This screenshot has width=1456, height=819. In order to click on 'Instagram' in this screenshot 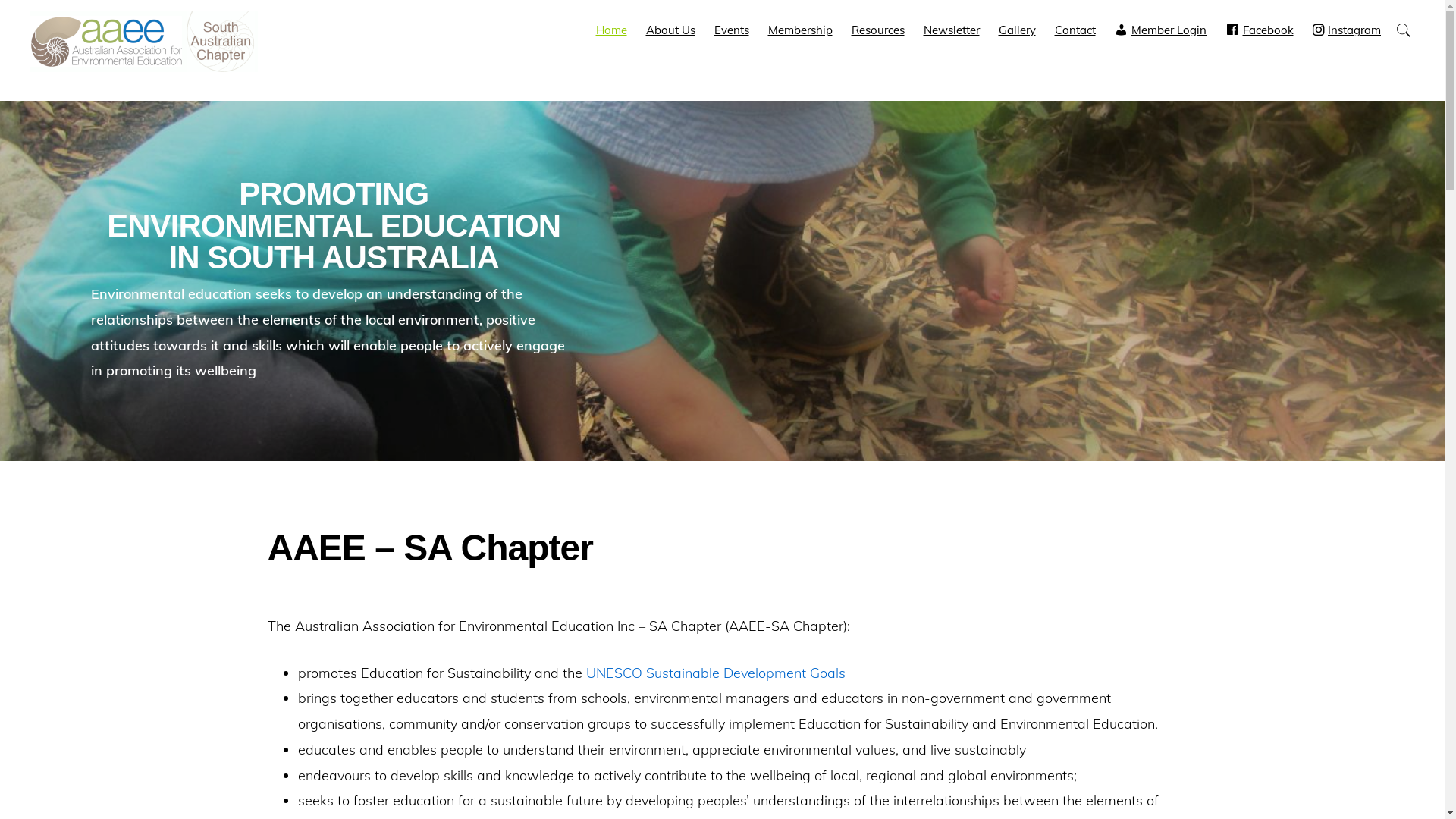, I will do `click(1346, 30)`.